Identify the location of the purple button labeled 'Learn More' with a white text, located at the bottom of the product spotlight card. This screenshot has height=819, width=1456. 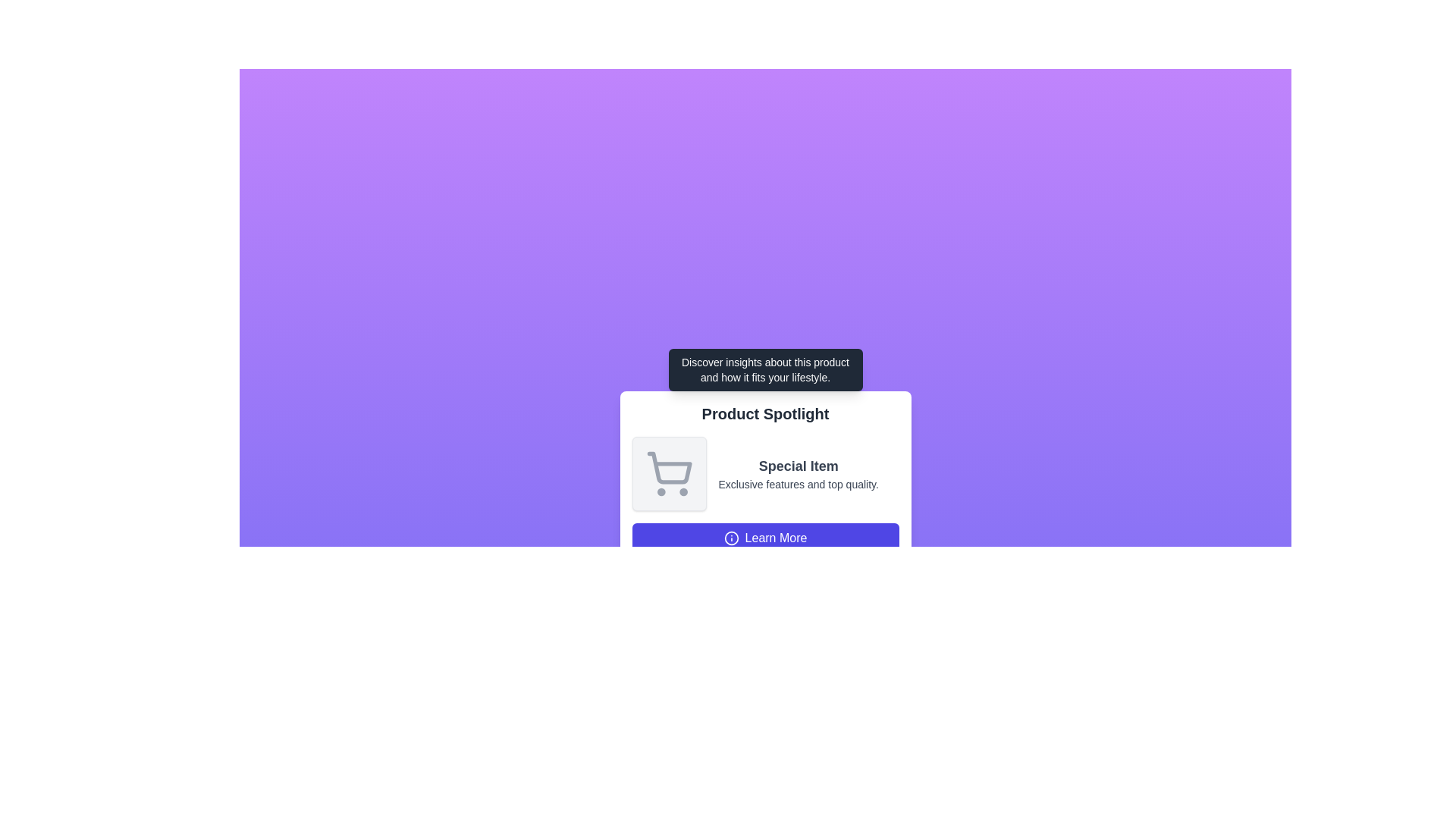
(765, 537).